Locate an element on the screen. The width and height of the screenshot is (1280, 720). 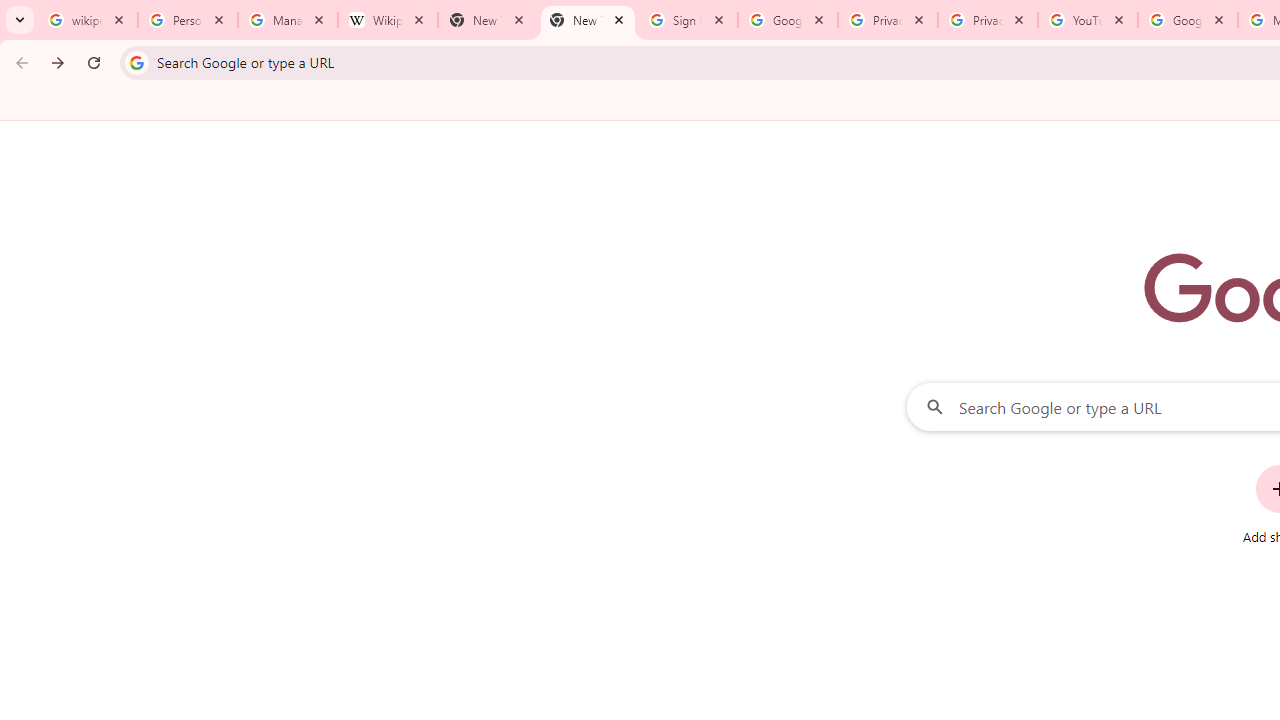
'YouTube' is located at coordinates (1087, 20).